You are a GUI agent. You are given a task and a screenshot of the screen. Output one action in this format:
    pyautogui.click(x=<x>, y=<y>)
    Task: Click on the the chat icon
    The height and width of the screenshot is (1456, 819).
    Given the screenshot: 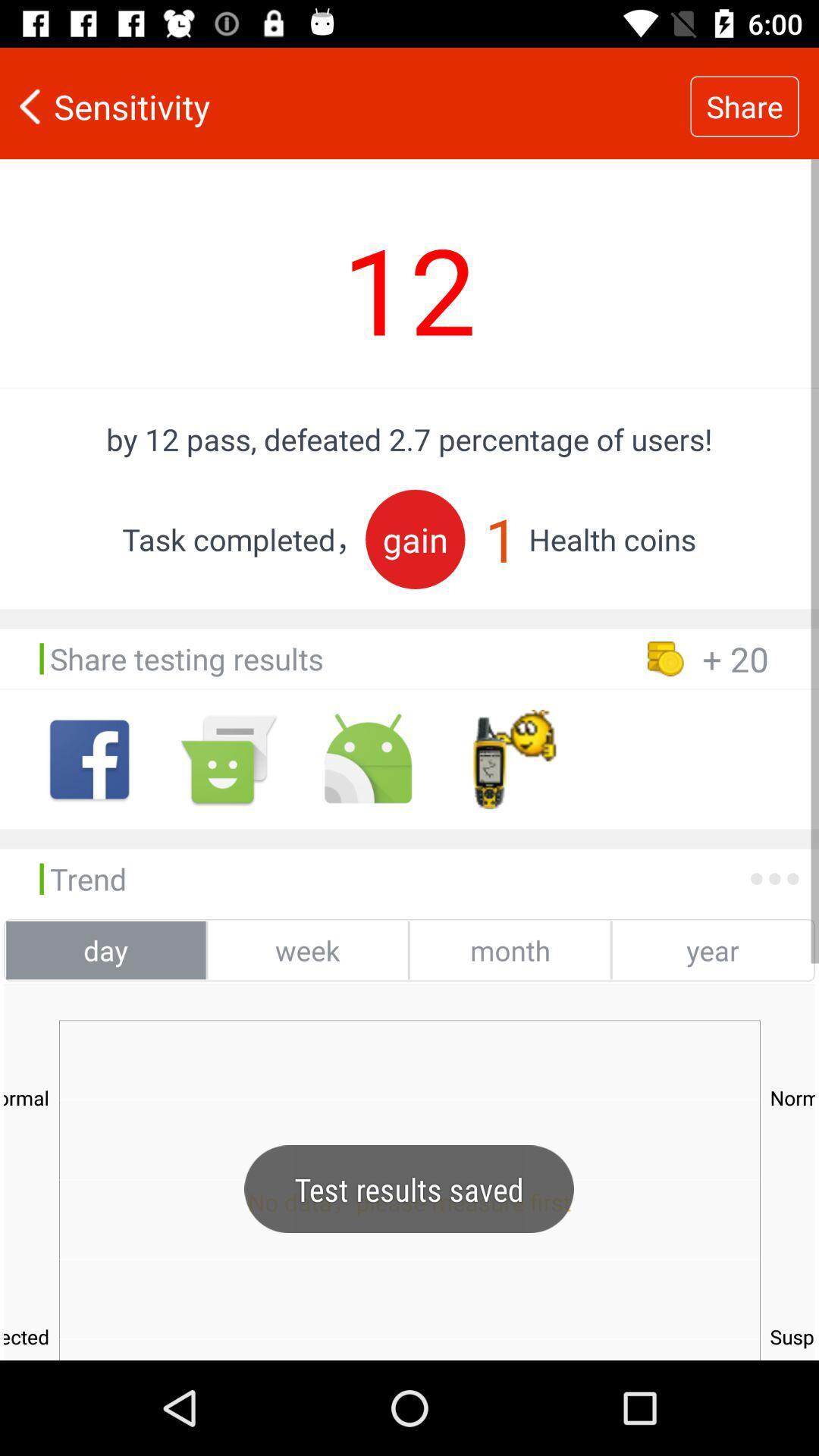 What is the action you would take?
    pyautogui.click(x=228, y=759)
    